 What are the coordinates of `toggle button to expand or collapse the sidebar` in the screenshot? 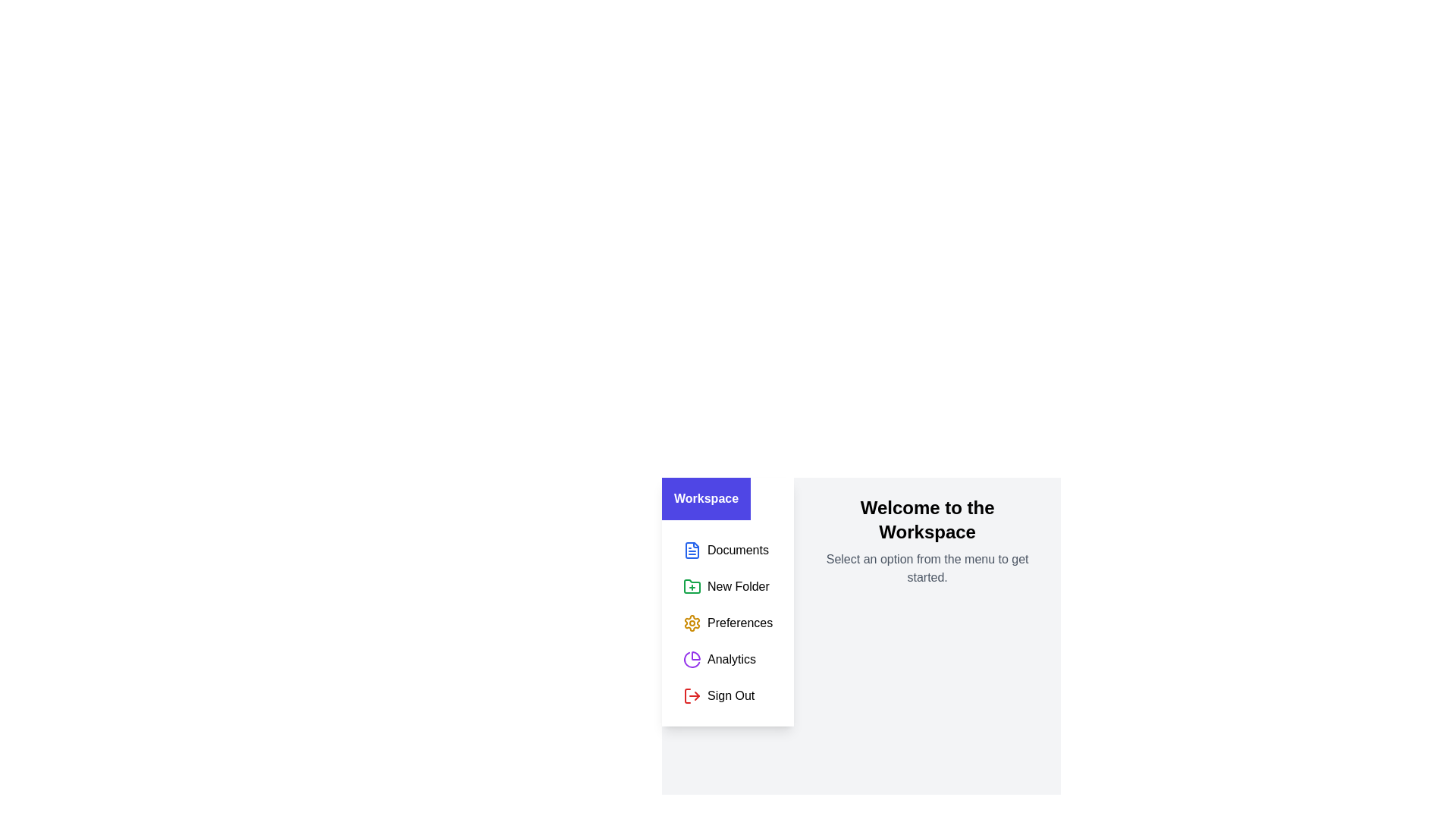 It's located at (705, 499).